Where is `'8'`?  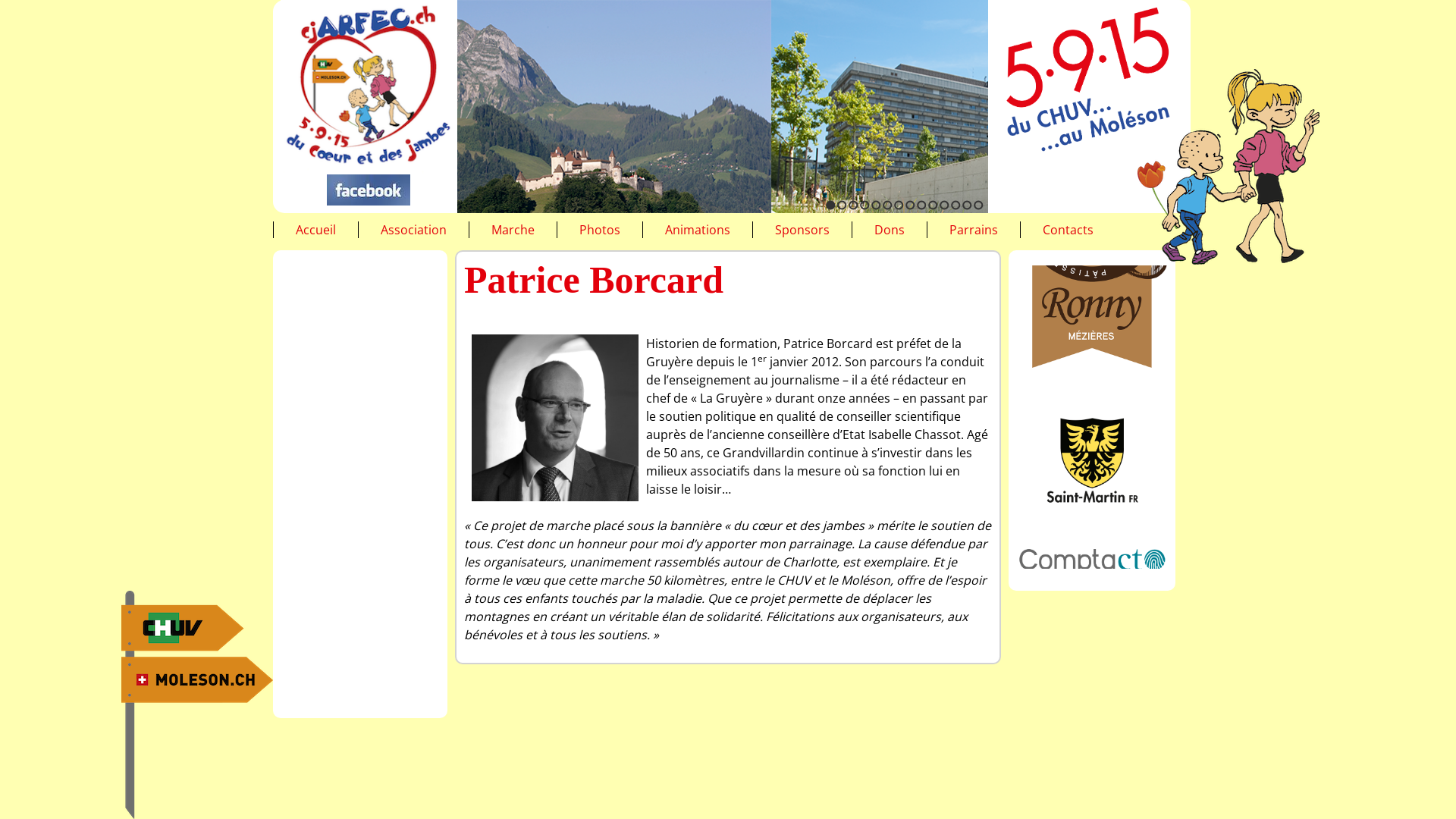
'8' is located at coordinates (910, 205).